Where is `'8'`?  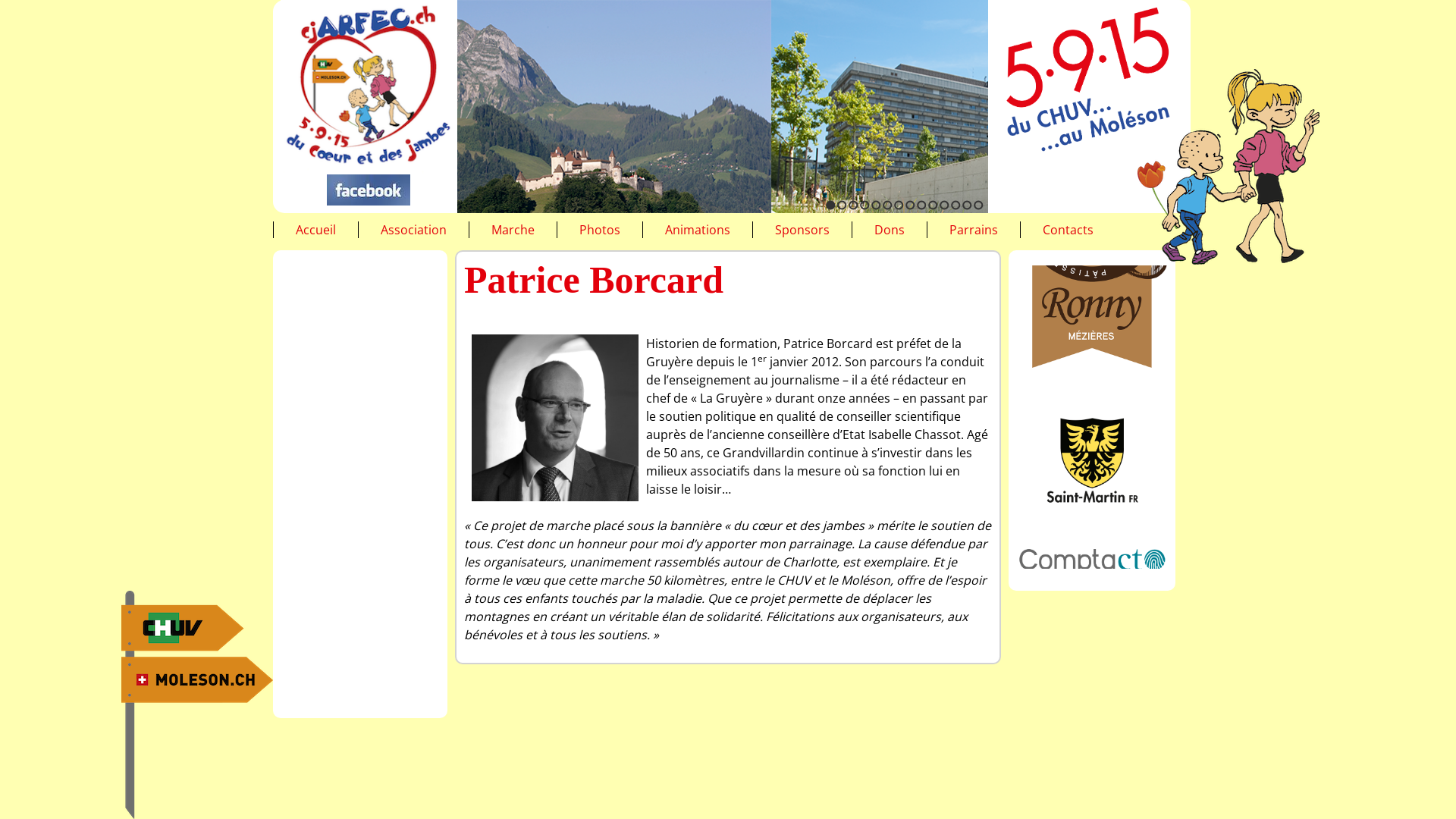
'8' is located at coordinates (910, 205).